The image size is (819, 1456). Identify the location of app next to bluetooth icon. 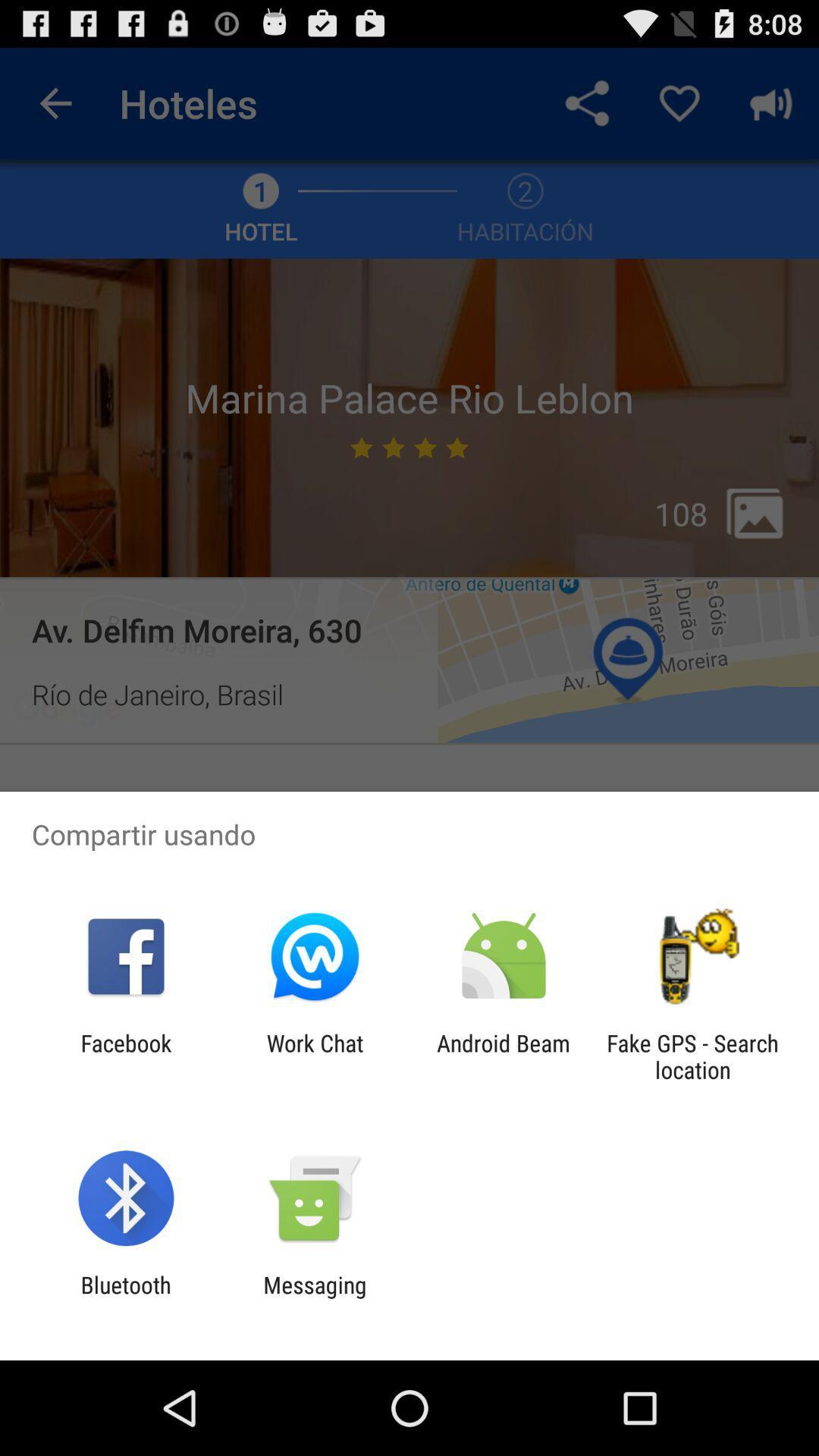
(314, 1298).